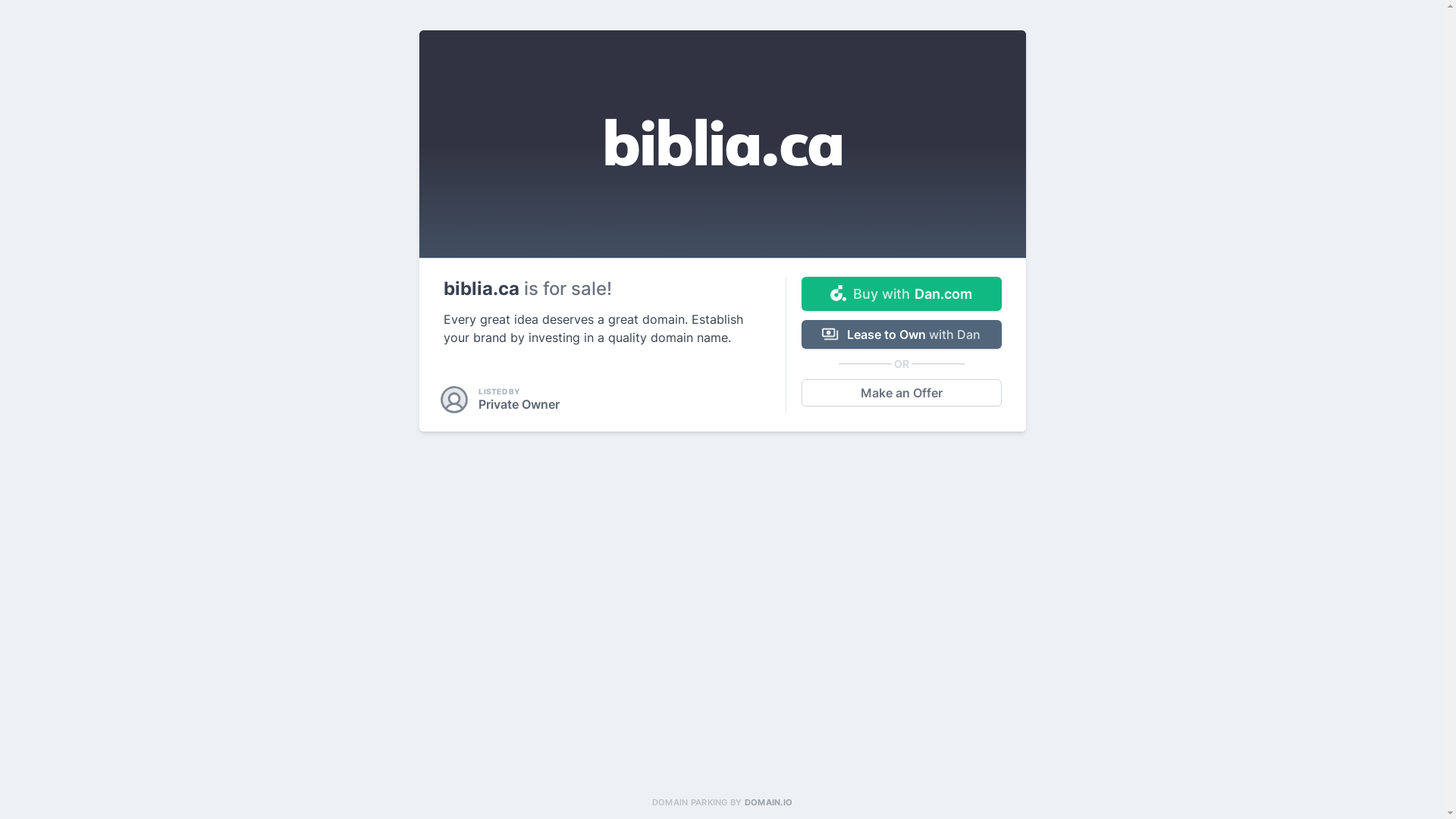  Describe the element at coordinates (901, 333) in the screenshot. I see `'Lease to Own with Dan'` at that location.